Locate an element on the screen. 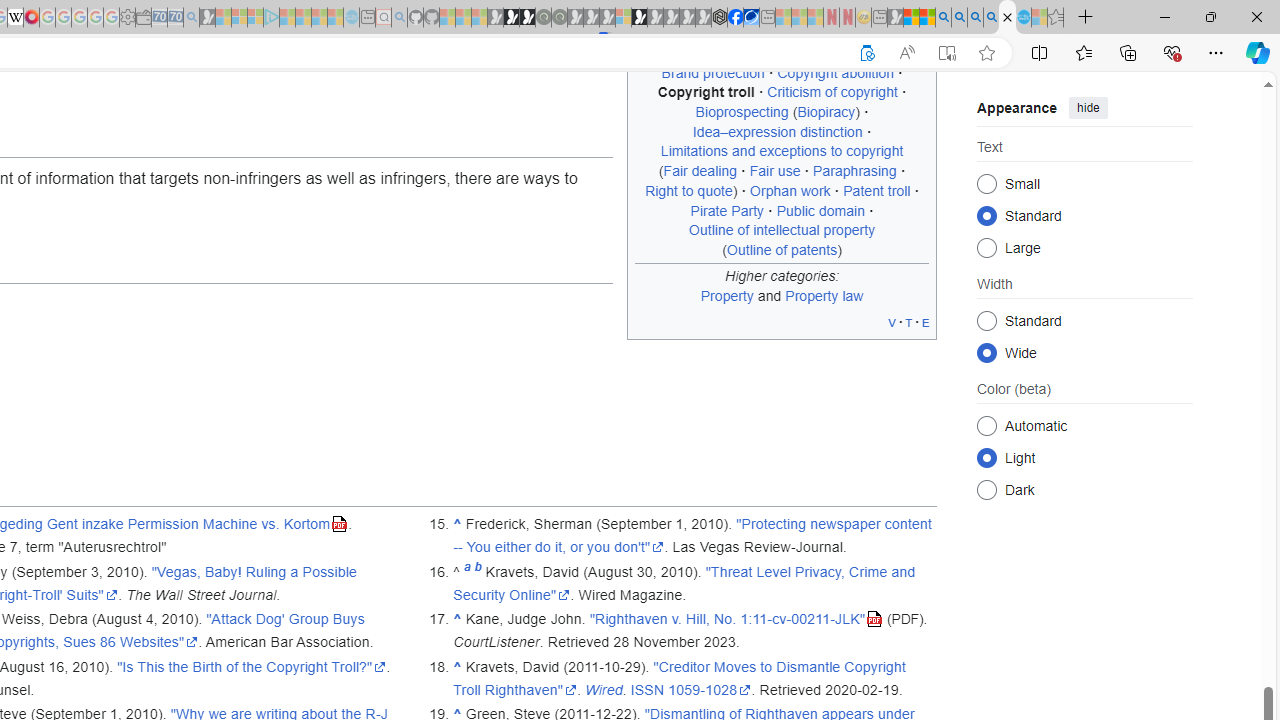 Image resolution: width=1280 pixels, height=720 pixels. '2009 Bing officially replaced Live Search on June 3 - Search' is located at coordinates (958, 17).